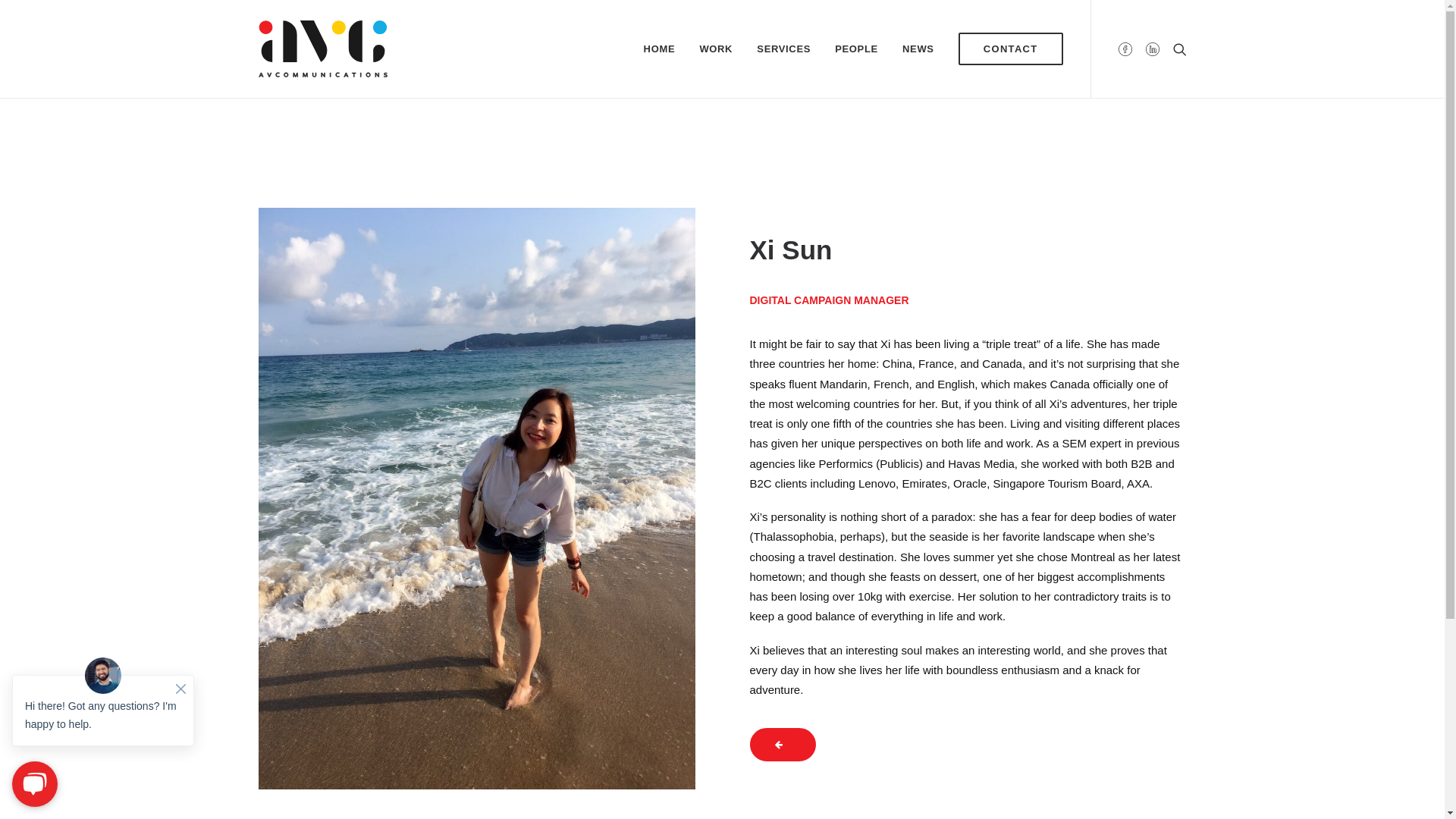  What do you see at coordinates (856, 48) in the screenshot?
I see `'PEOPLE'` at bounding box center [856, 48].